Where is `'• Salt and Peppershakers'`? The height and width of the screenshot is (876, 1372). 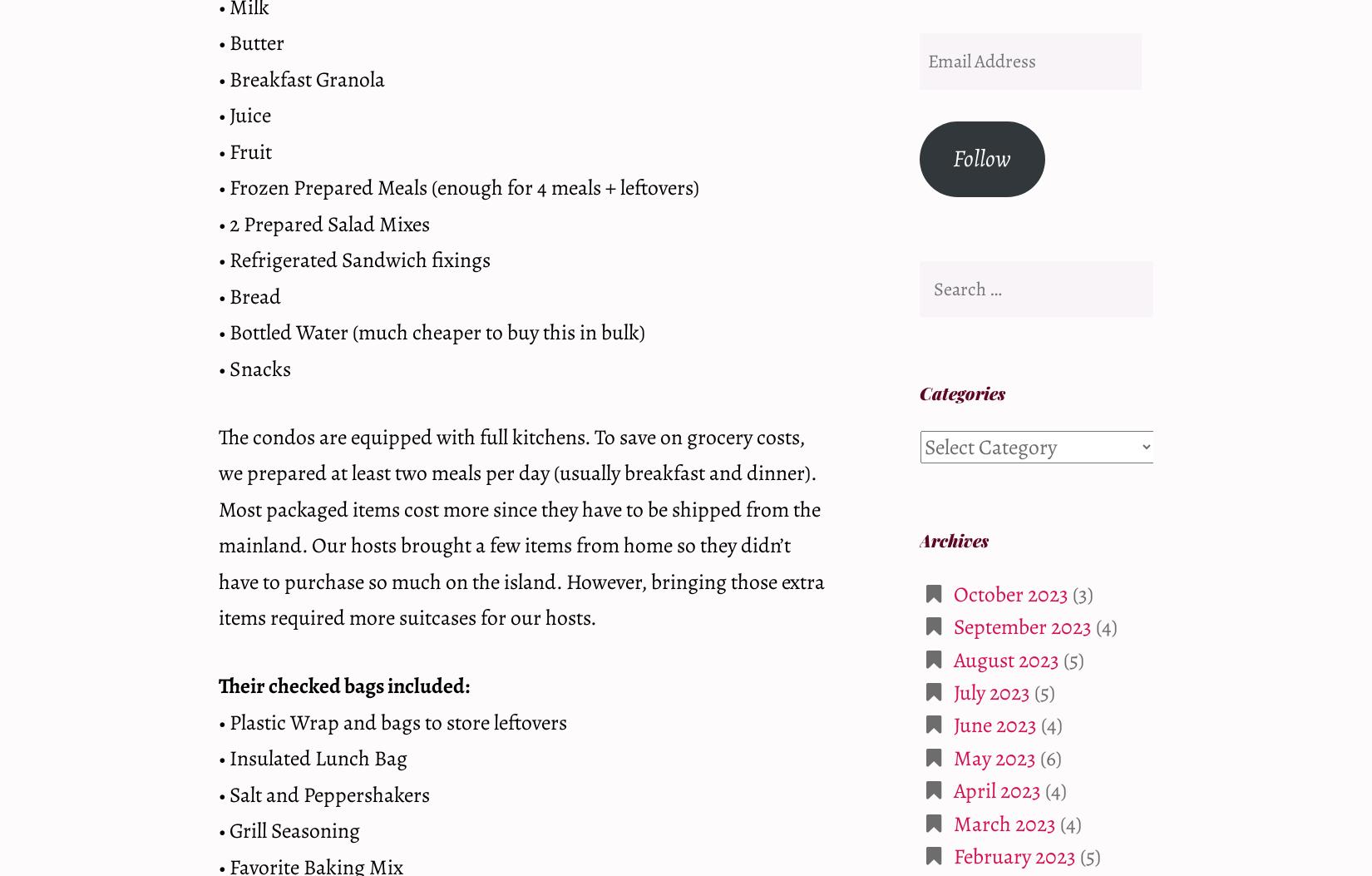 '• Salt and Peppershakers' is located at coordinates (324, 793).